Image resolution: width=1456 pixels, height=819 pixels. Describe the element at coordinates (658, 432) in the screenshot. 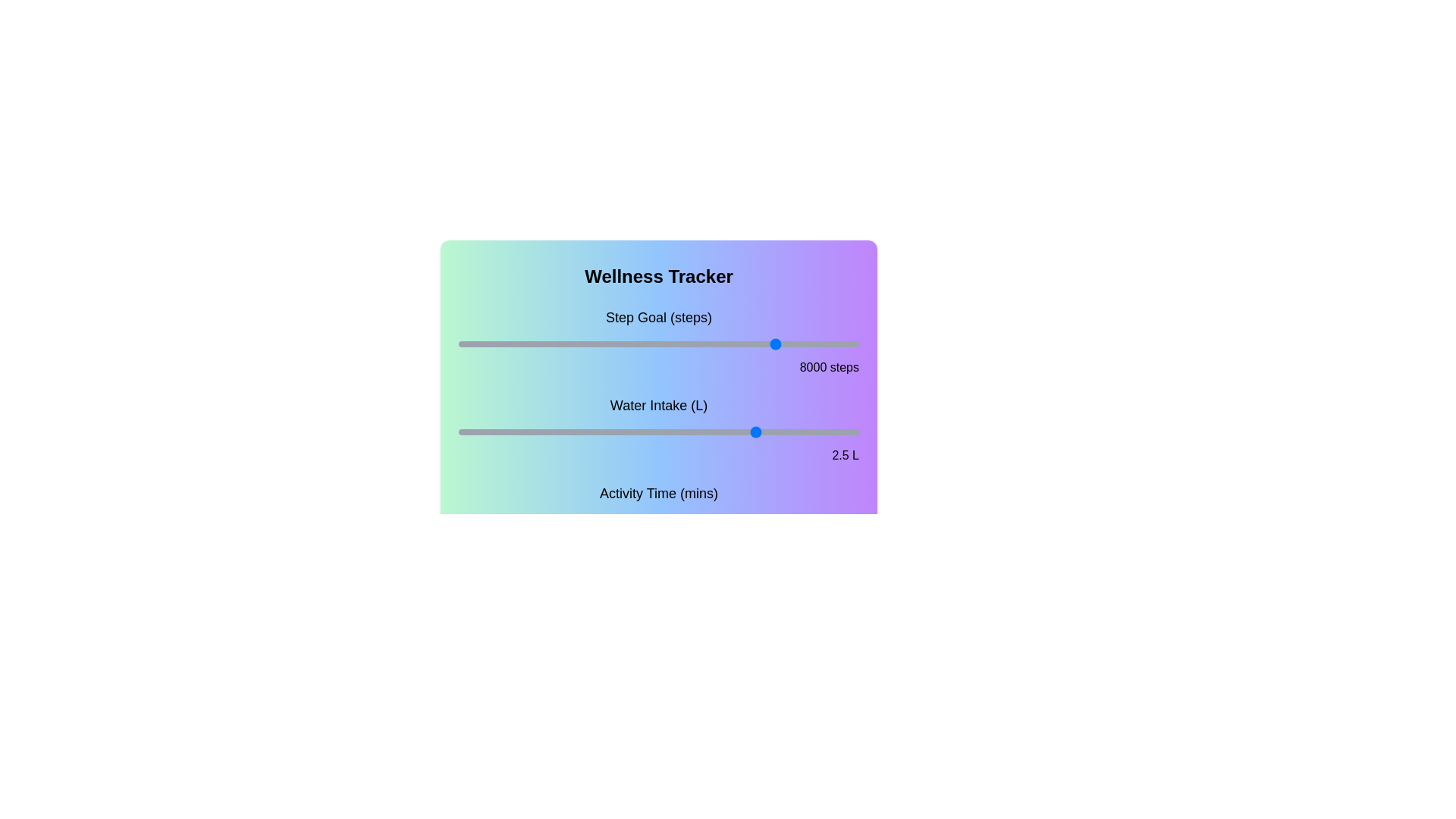

I see `the water intake slider to set the water intake to 2 liters` at that location.